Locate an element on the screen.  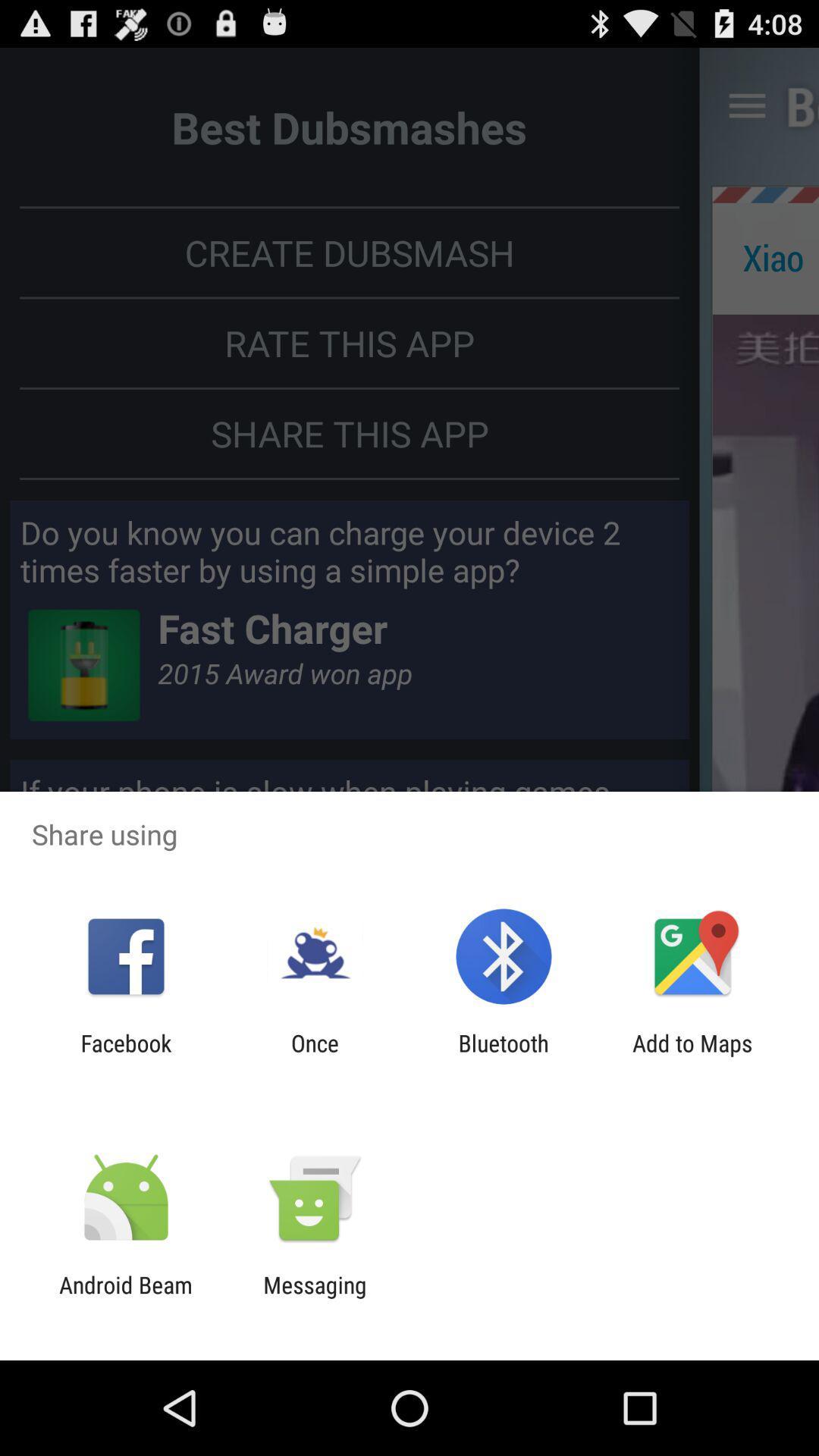
the facebook app is located at coordinates (125, 1056).